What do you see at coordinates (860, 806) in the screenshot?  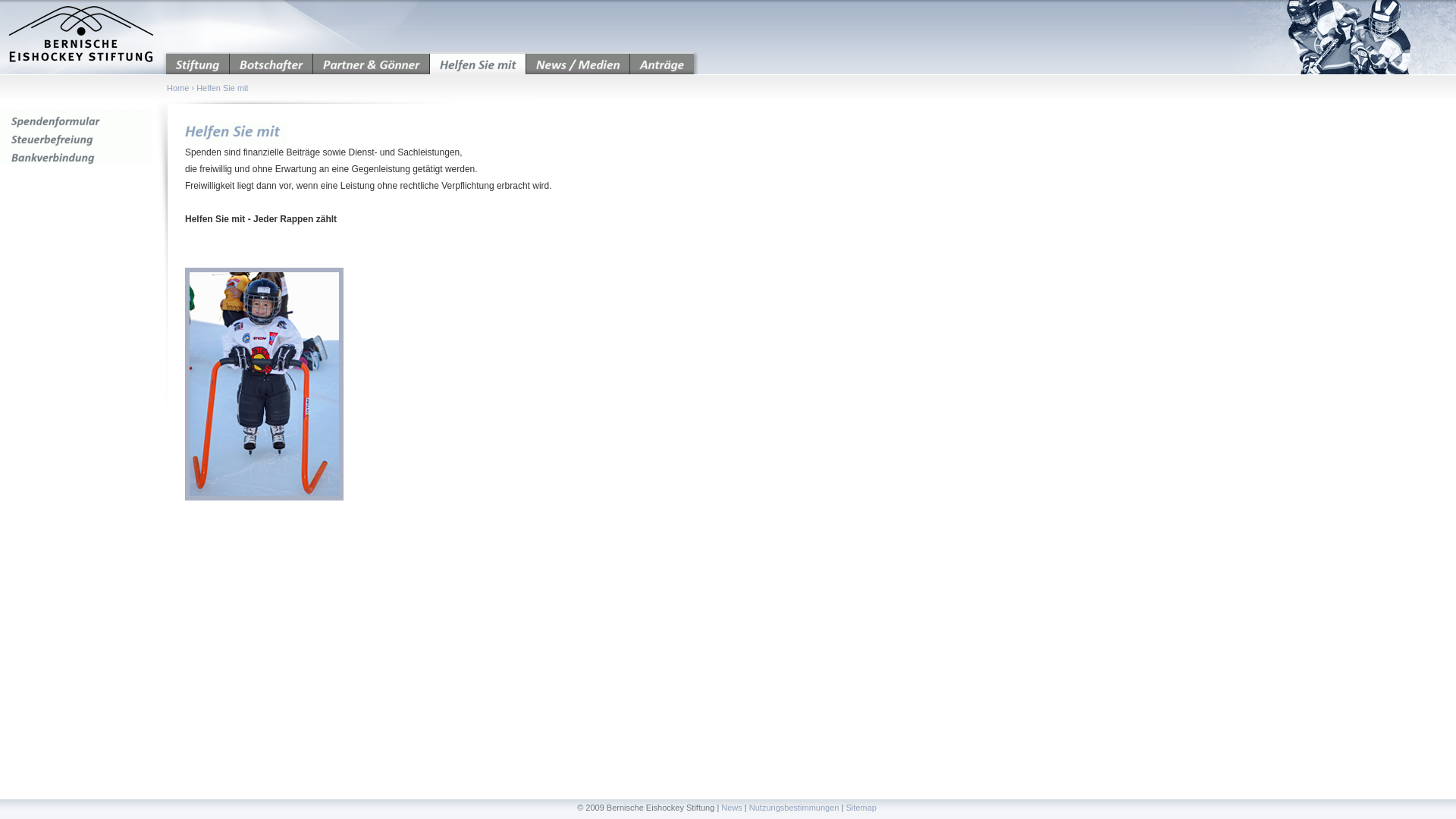 I see `'Sitemap'` at bounding box center [860, 806].